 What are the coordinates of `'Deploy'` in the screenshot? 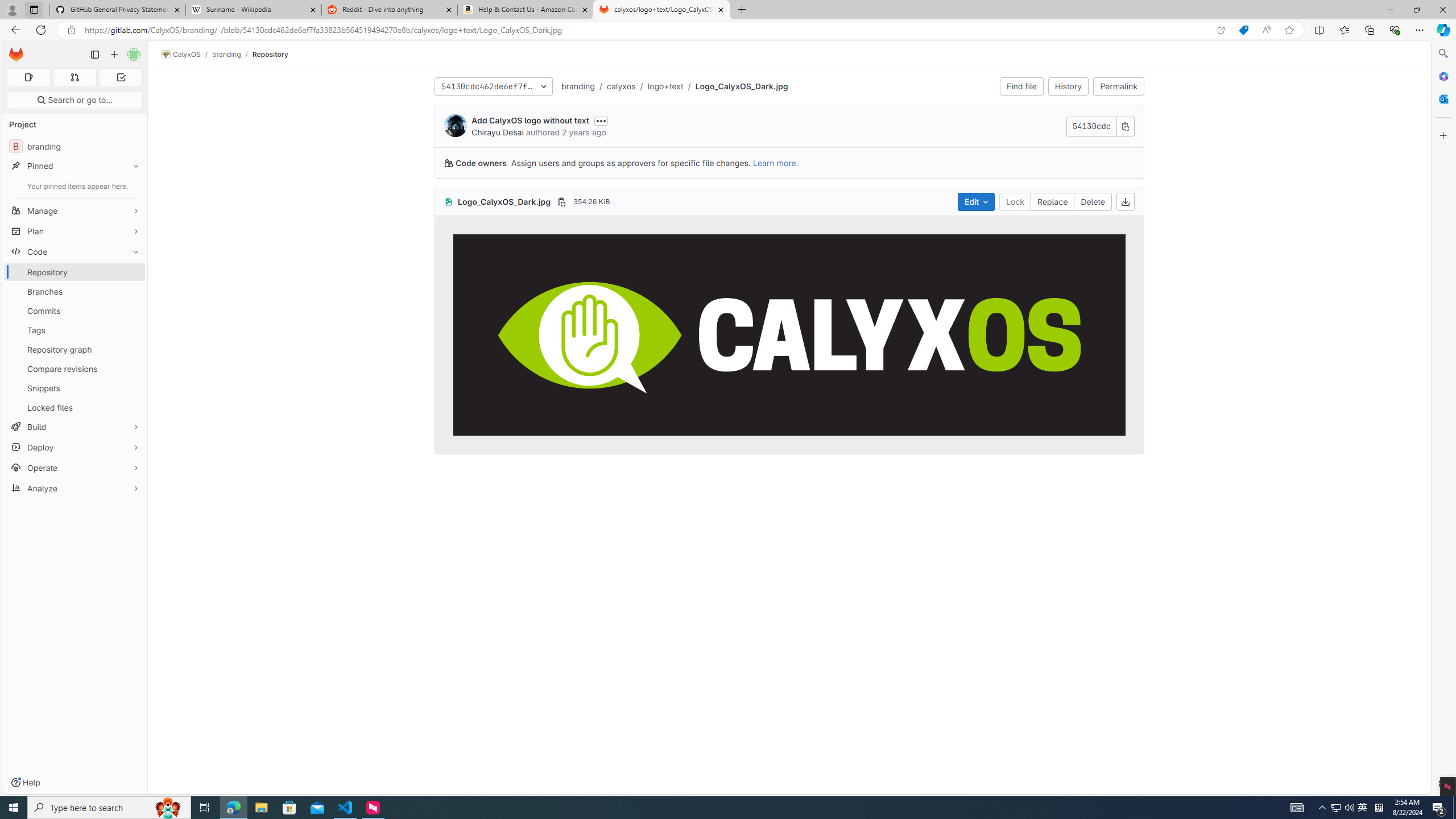 It's located at (74, 446).